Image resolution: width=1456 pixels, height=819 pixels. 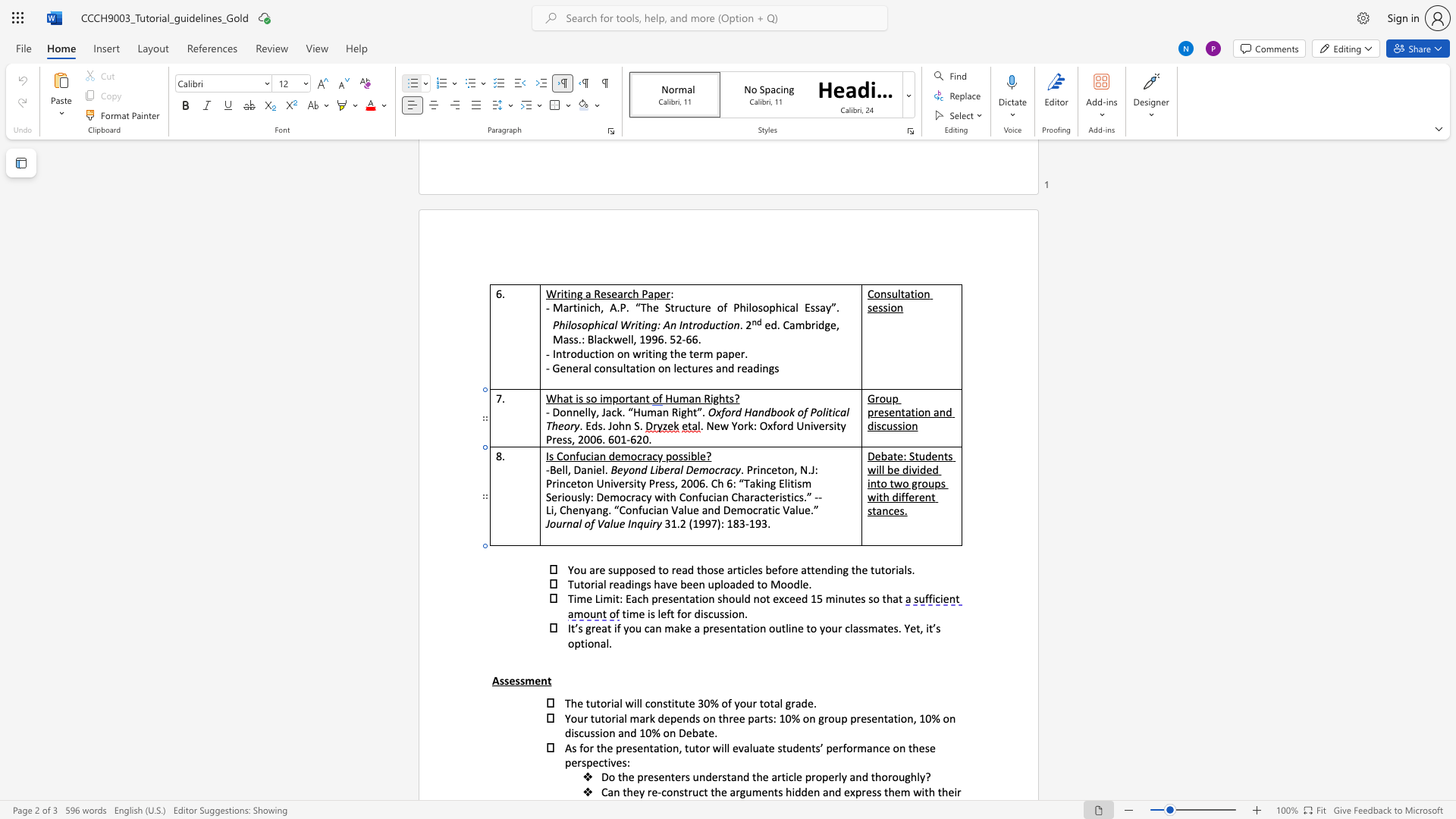 I want to click on the 1th character "n" in the text, so click(x=572, y=455).